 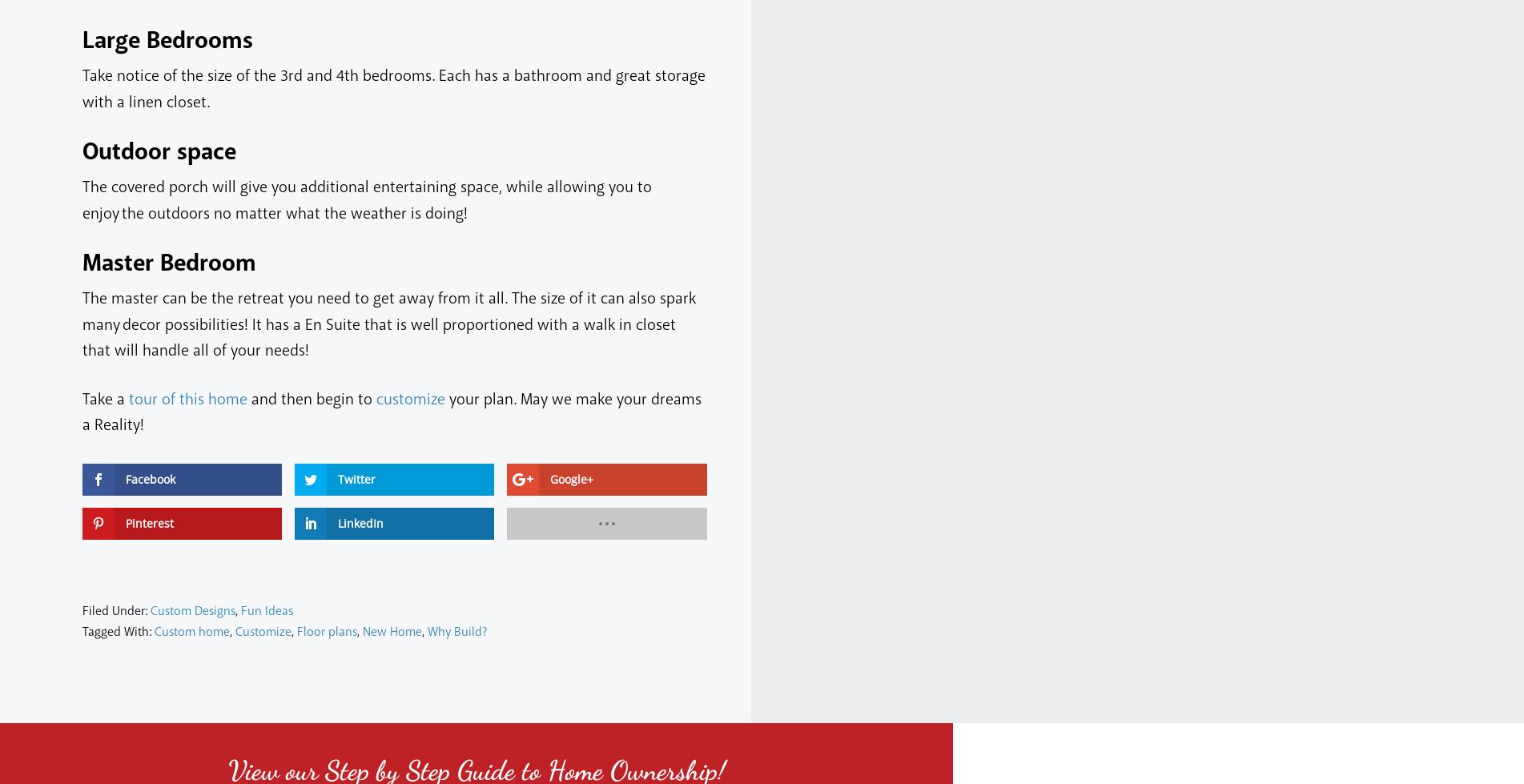 I want to click on 'Filed Under:', so click(x=115, y=609).